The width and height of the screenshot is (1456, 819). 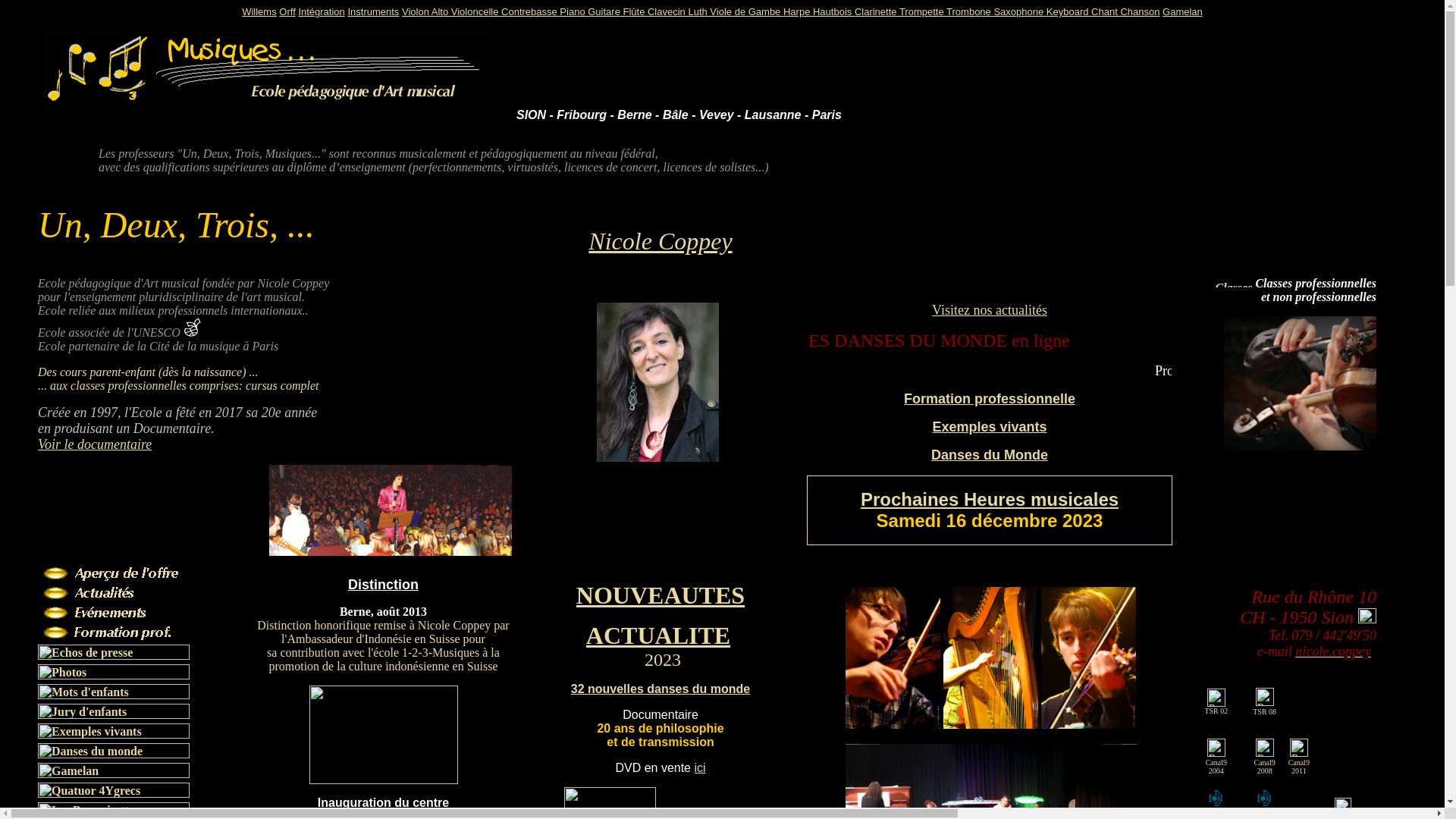 I want to click on '32 nouvelles danses du monde', so click(x=661, y=689).